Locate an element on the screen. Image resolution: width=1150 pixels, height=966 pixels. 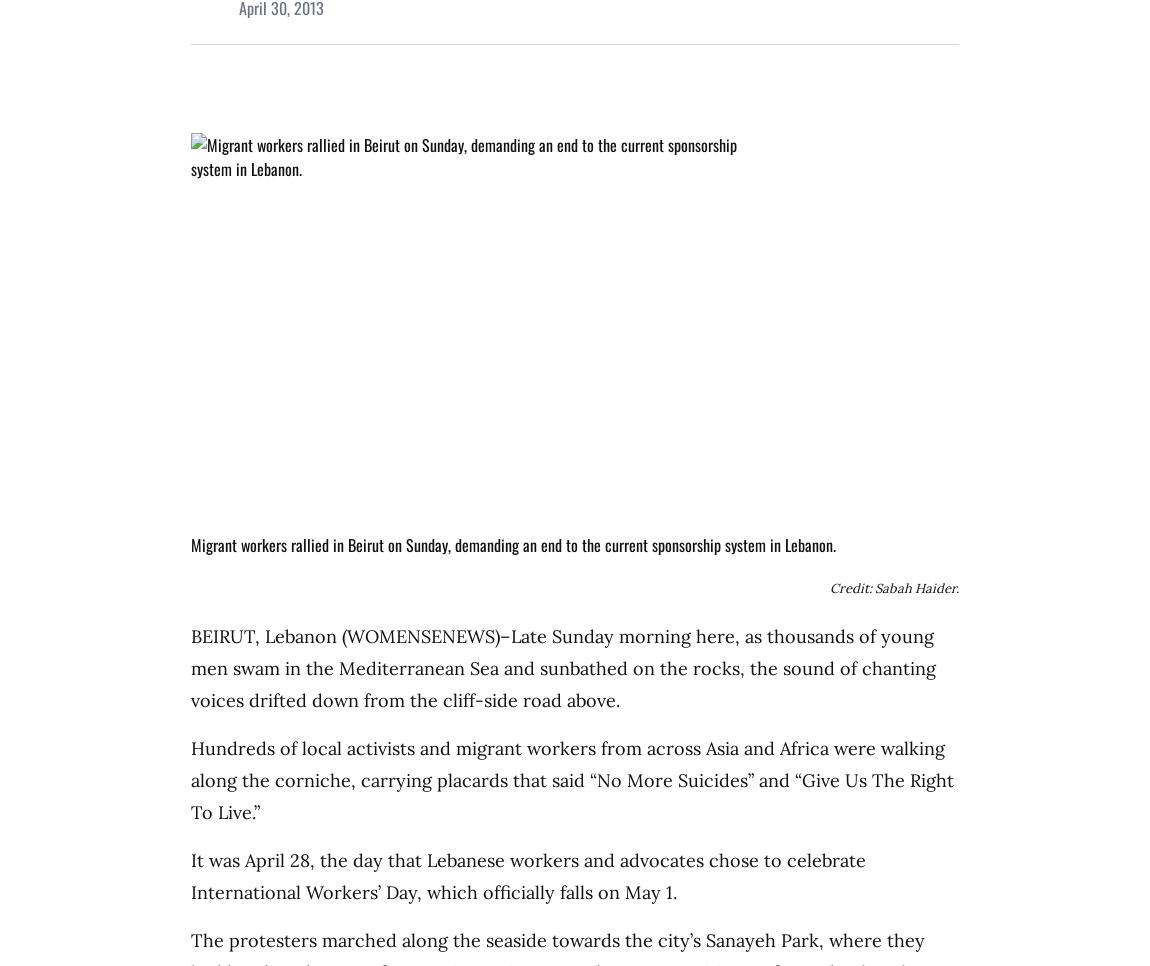
'Asia' is located at coordinates (721, 748).